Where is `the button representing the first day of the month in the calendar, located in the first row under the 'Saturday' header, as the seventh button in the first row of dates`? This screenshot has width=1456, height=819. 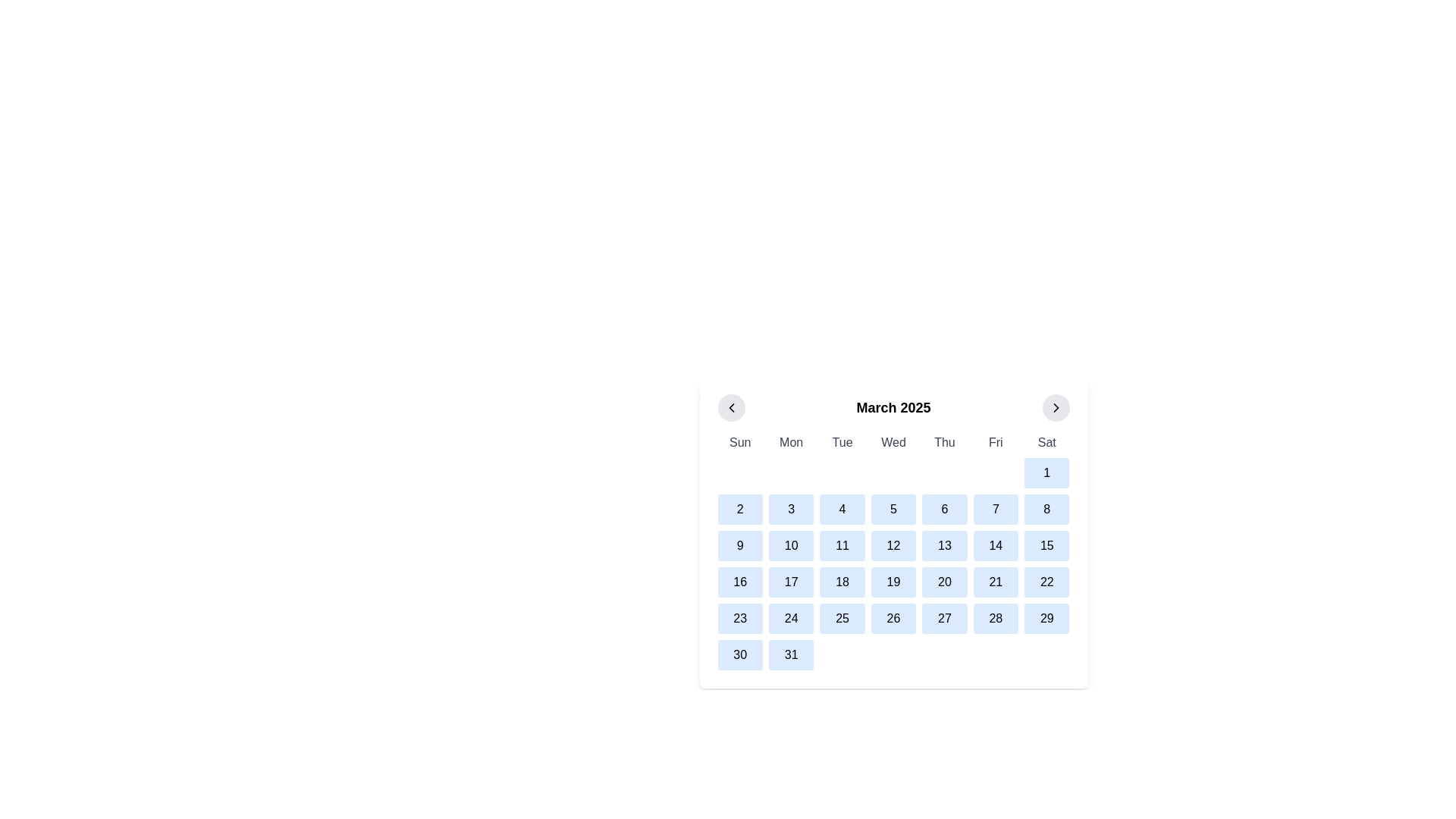
the button representing the first day of the month in the calendar, located in the first row under the 'Saturday' header, as the seventh button in the first row of dates is located at coordinates (1046, 472).